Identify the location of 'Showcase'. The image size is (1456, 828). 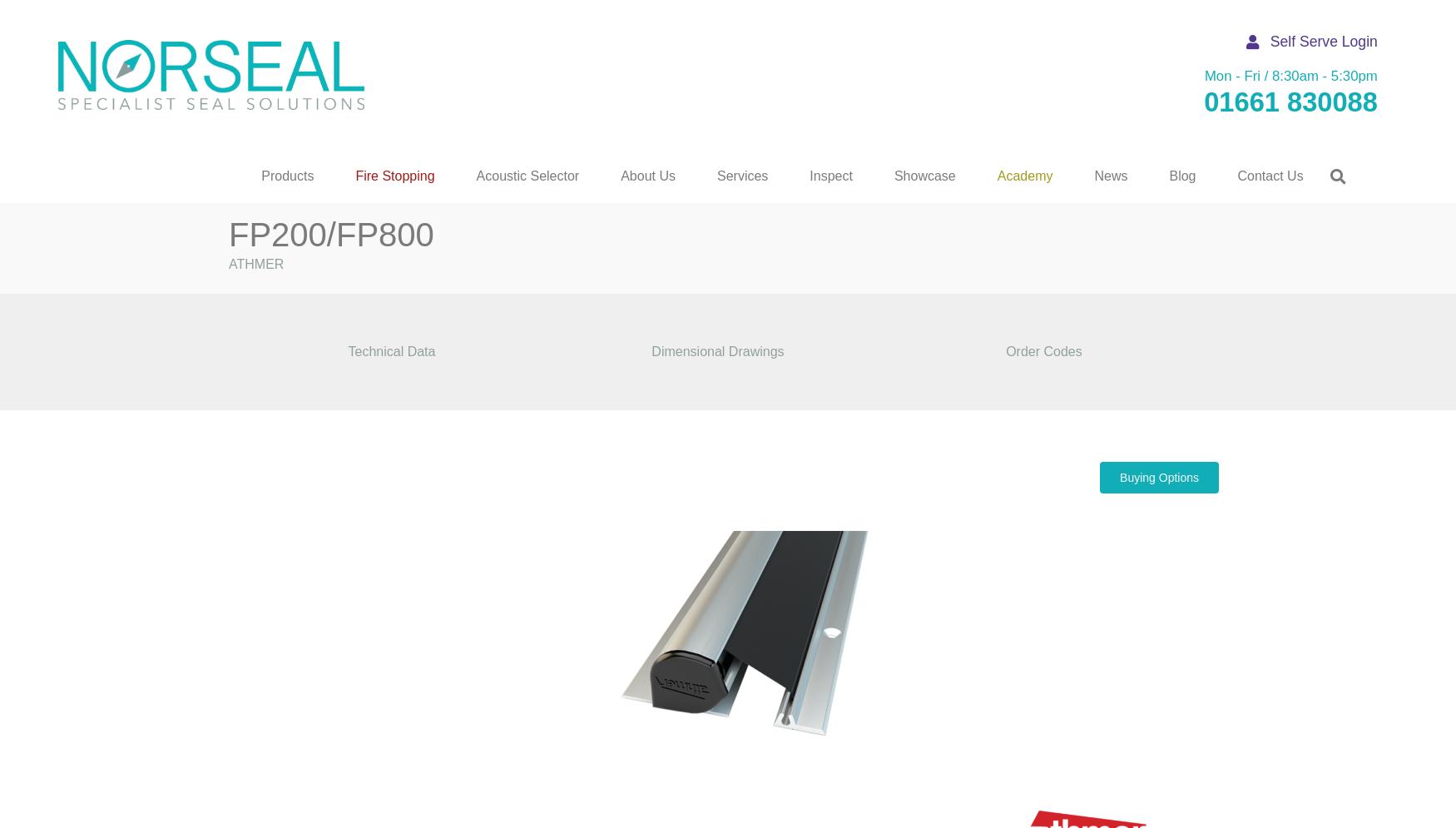
(924, 175).